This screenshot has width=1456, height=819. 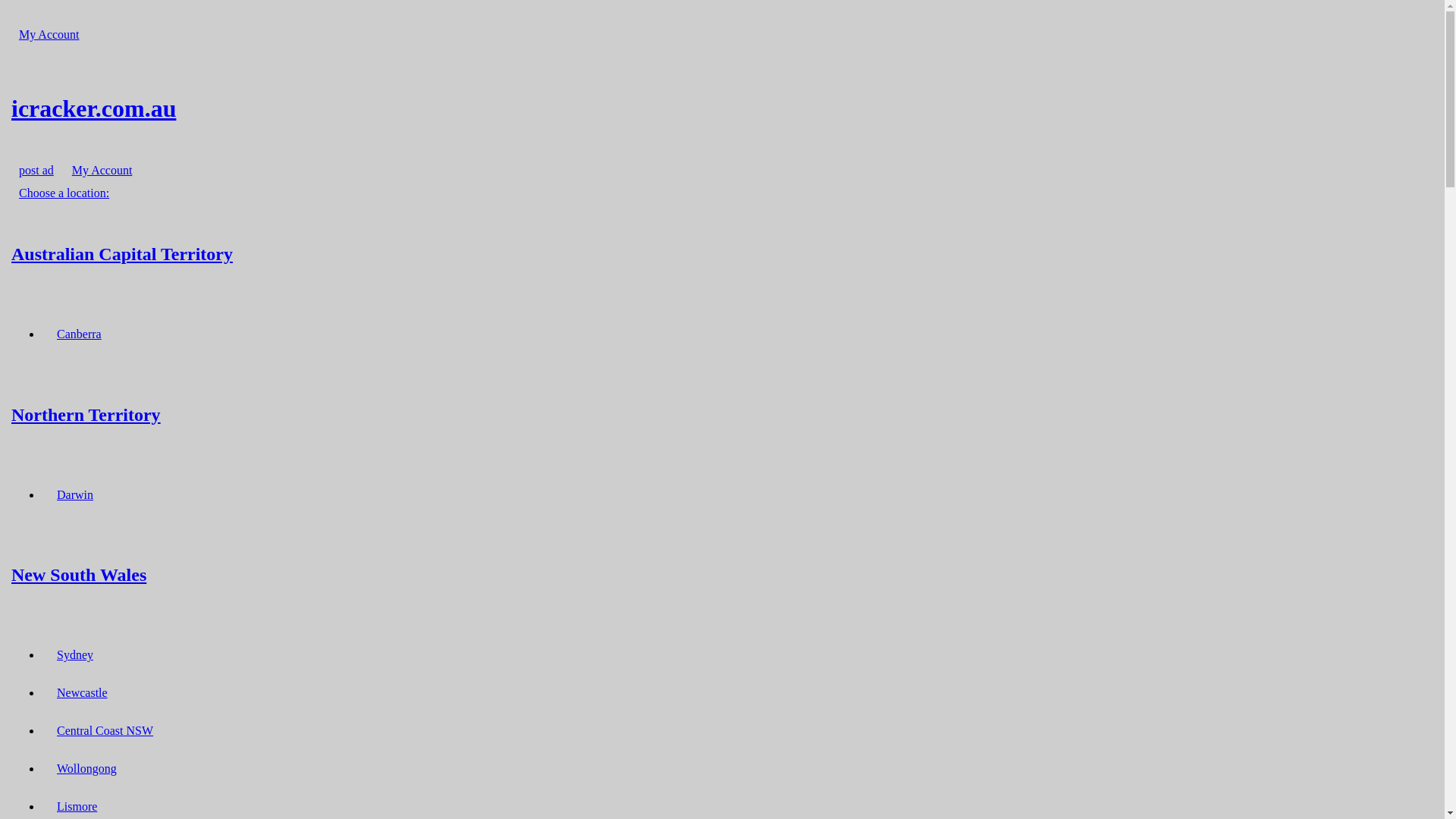 I want to click on 'Sydney', so click(x=74, y=654).